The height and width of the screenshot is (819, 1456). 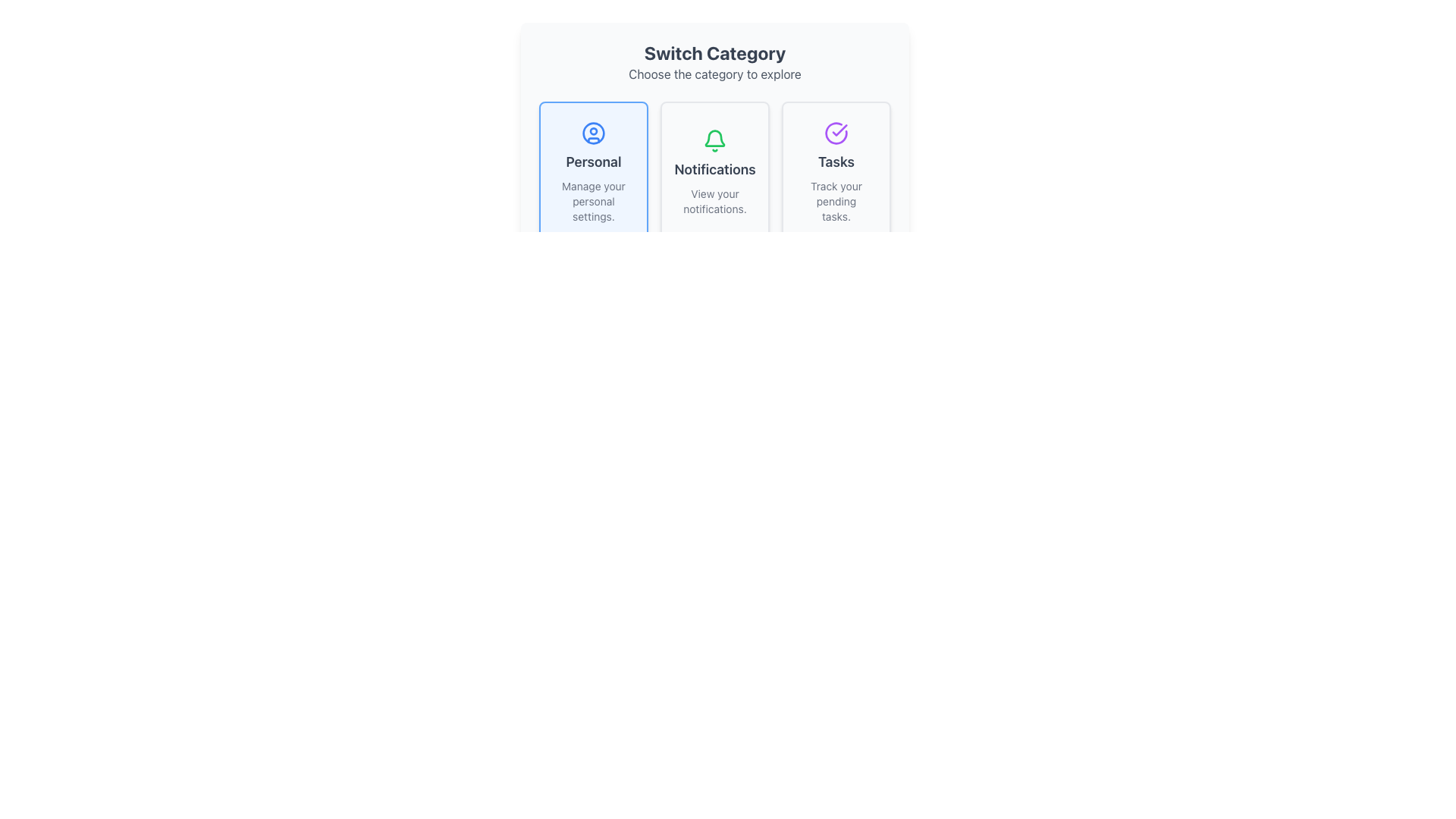 What do you see at coordinates (714, 140) in the screenshot?
I see `the bell-shaped icon located within the 'Notifications' section, which is styled with rounded edges and filled with green color, positioned above the label 'Notifications'` at bounding box center [714, 140].